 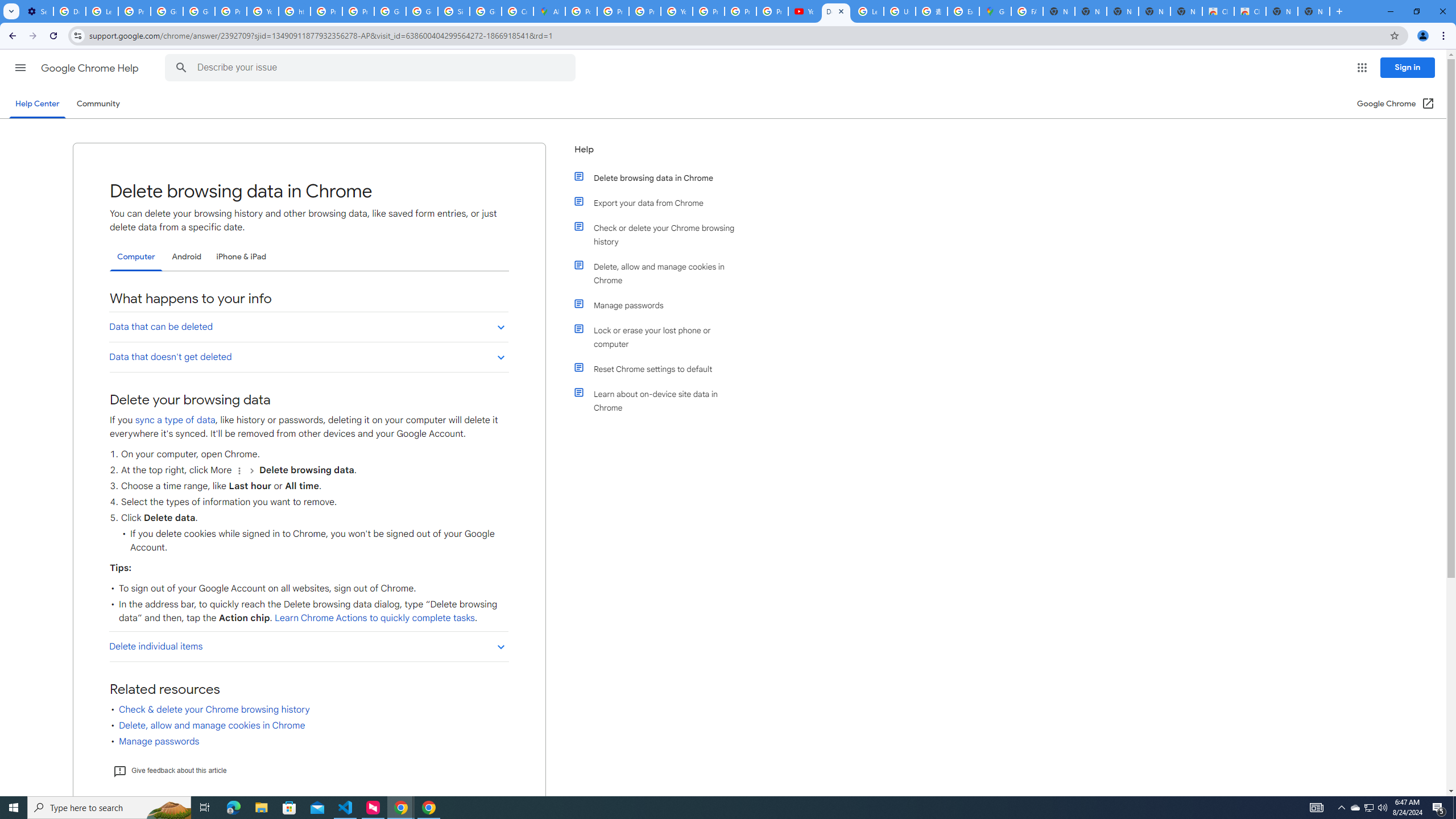 I want to click on 'Search Help Center', so click(x=180, y=67).